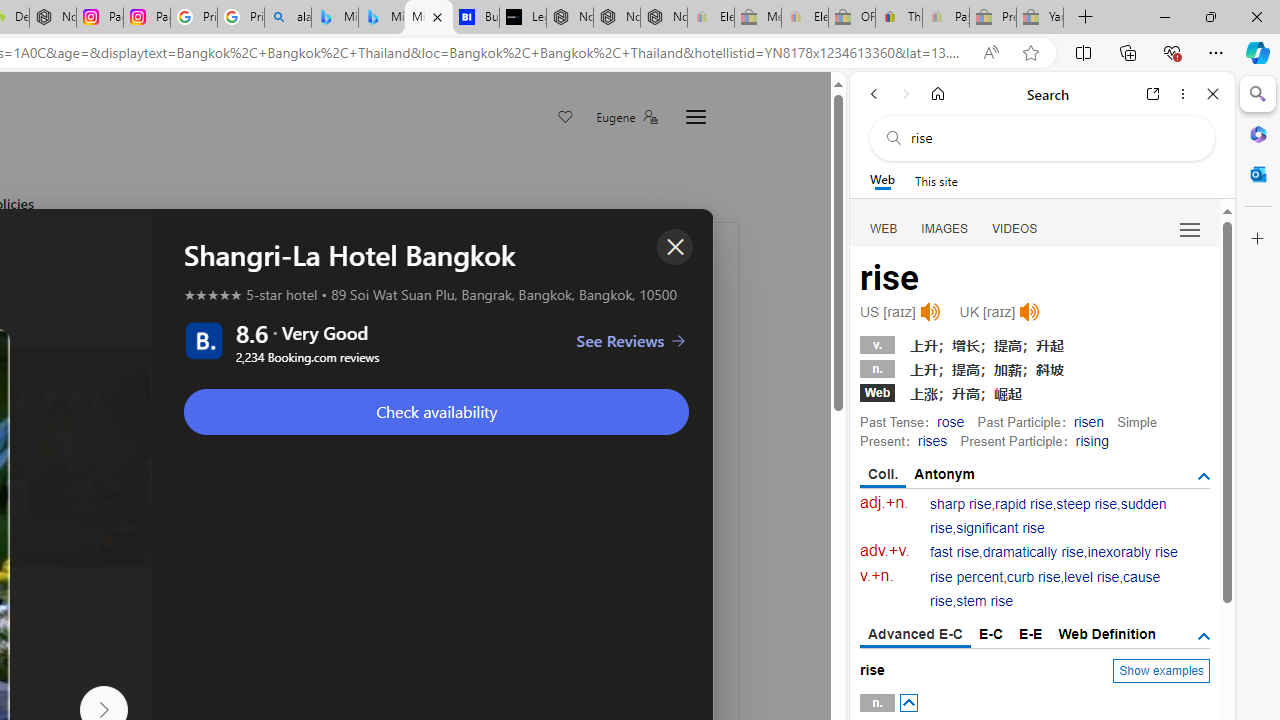  What do you see at coordinates (1032, 552) in the screenshot?
I see `'dramatically rise'` at bounding box center [1032, 552].